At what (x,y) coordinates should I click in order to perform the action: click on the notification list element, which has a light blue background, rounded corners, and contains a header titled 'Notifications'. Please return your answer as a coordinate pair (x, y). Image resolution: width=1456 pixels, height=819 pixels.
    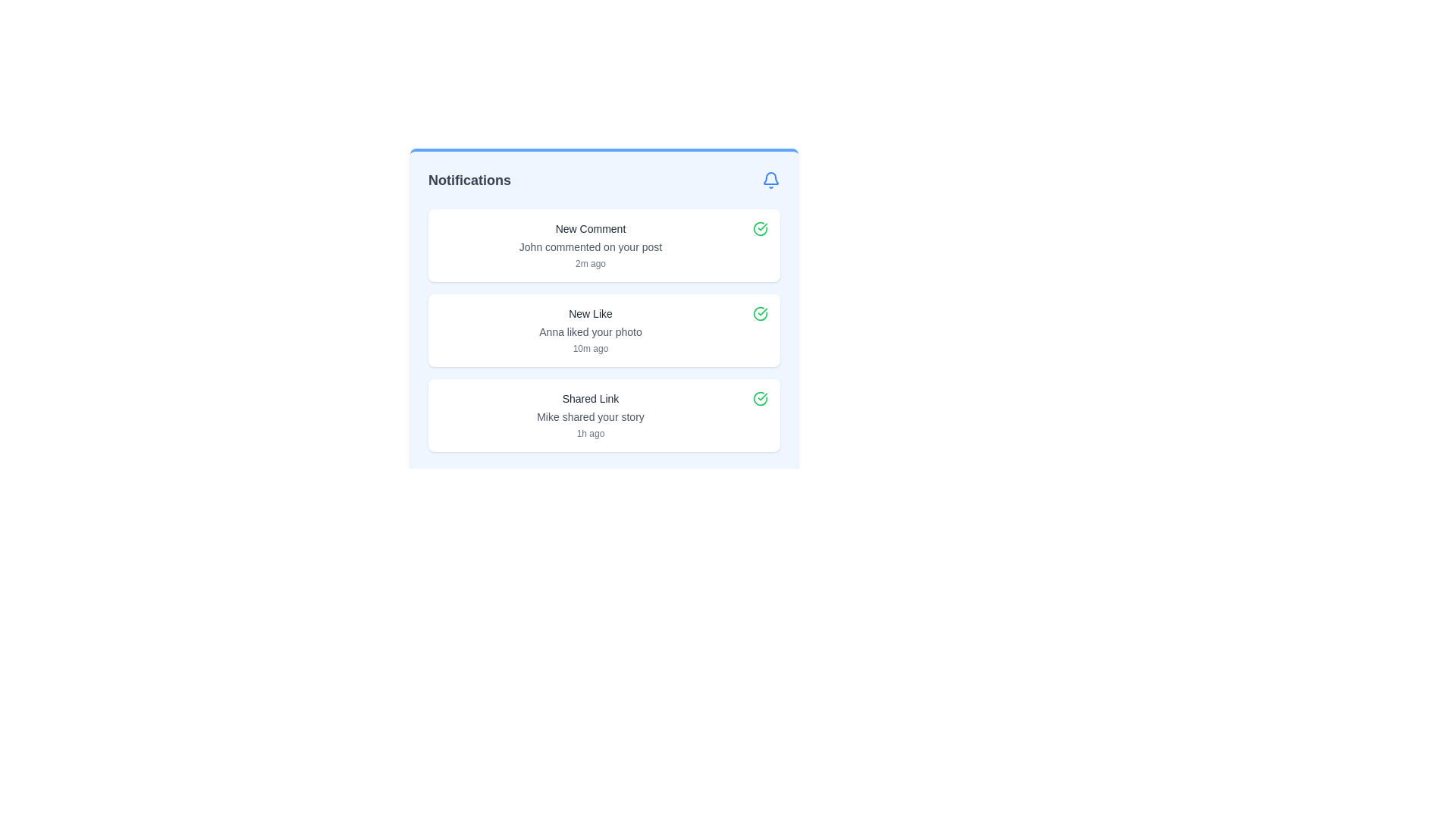
    Looking at the image, I should click on (603, 309).